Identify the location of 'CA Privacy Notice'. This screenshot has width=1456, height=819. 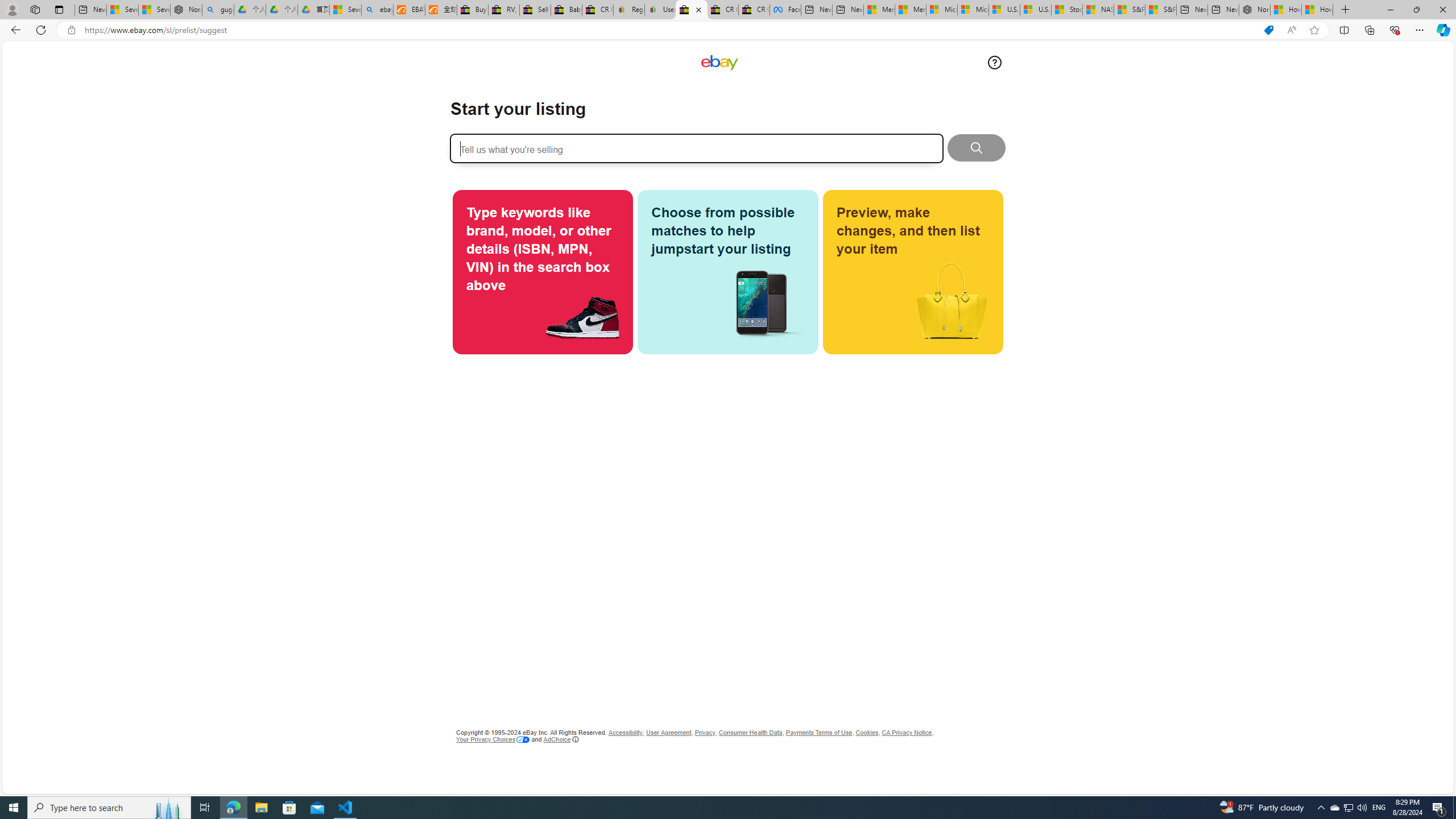
(906, 732).